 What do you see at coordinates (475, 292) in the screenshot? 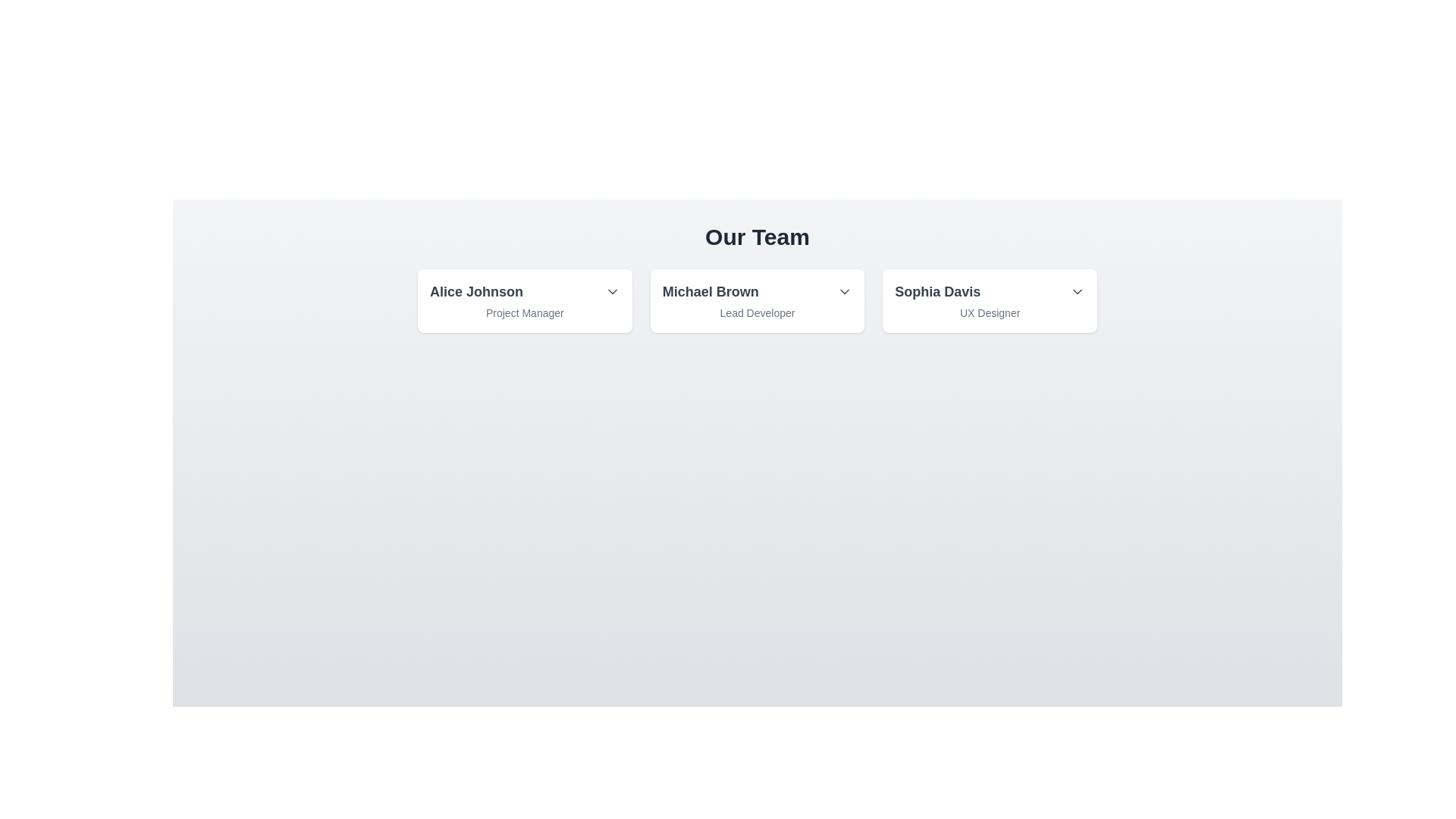
I see `the text label displaying 'Alice Johnson', which is styled in bold, dark gray font and serves as a prominent header for a section or card` at bounding box center [475, 292].